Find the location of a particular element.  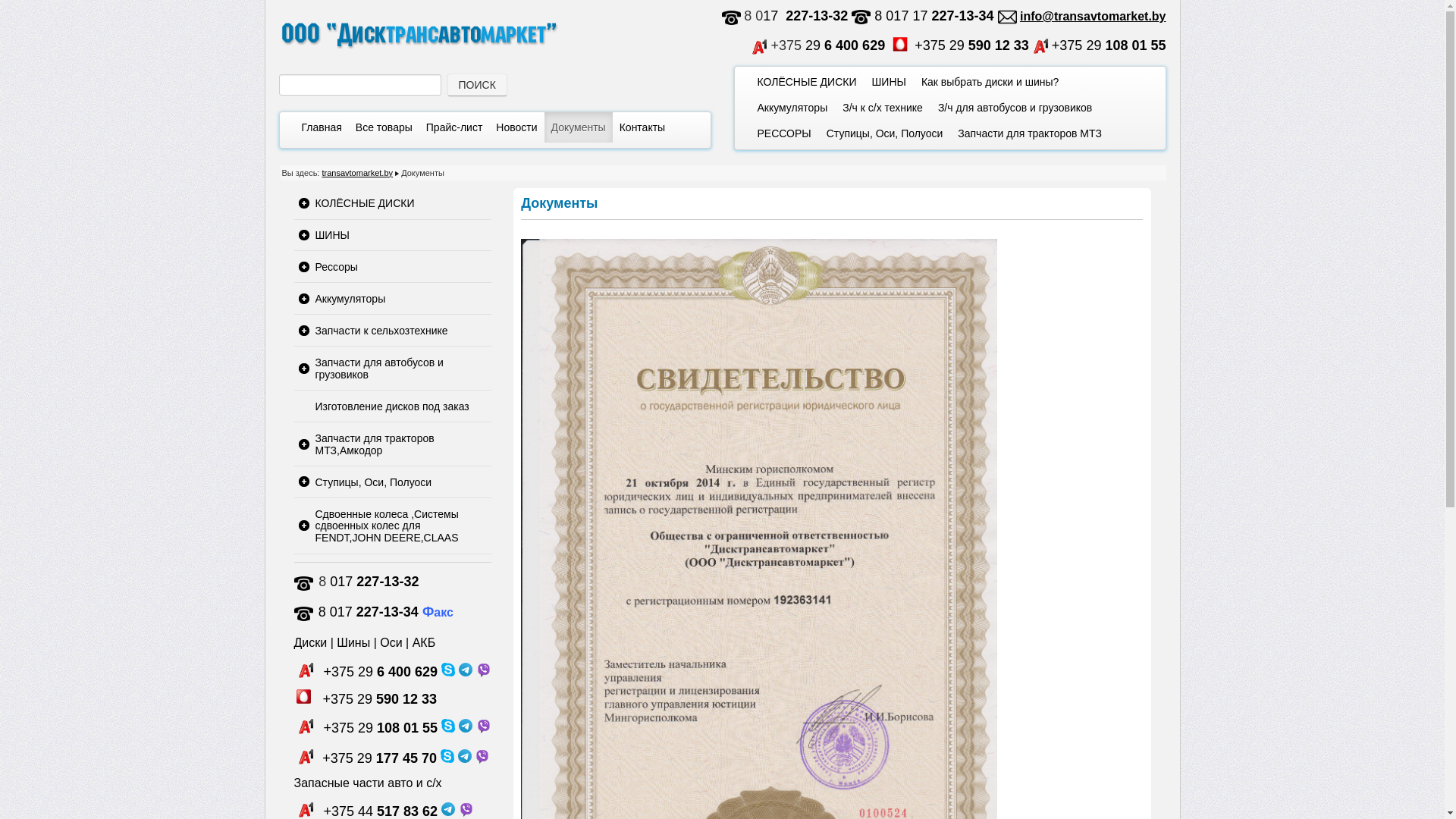

'info@transavtomarket.by' is located at coordinates (1093, 16).